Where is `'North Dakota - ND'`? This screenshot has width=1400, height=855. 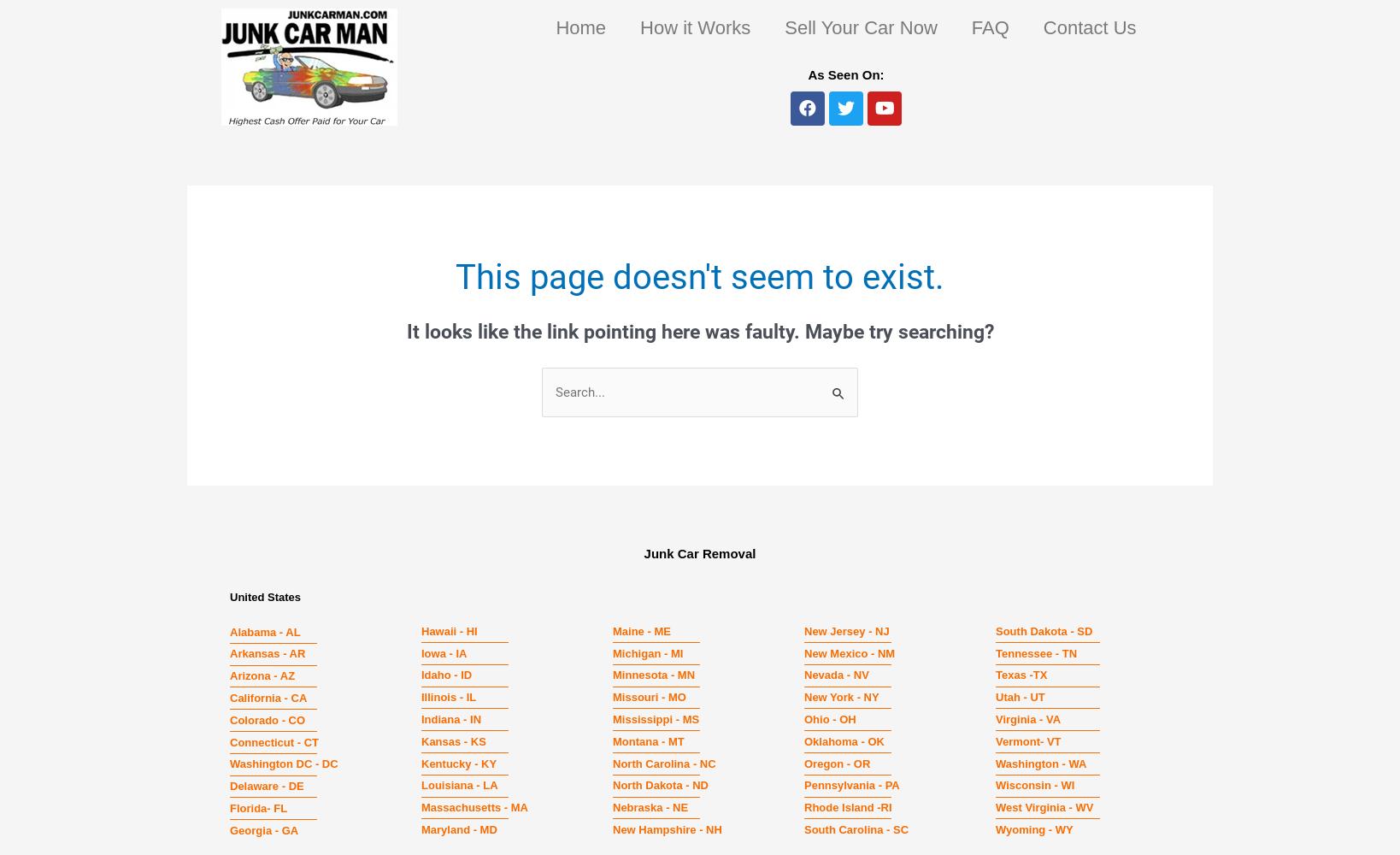 'North Dakota - ND' is located at coordinates (660, 785).